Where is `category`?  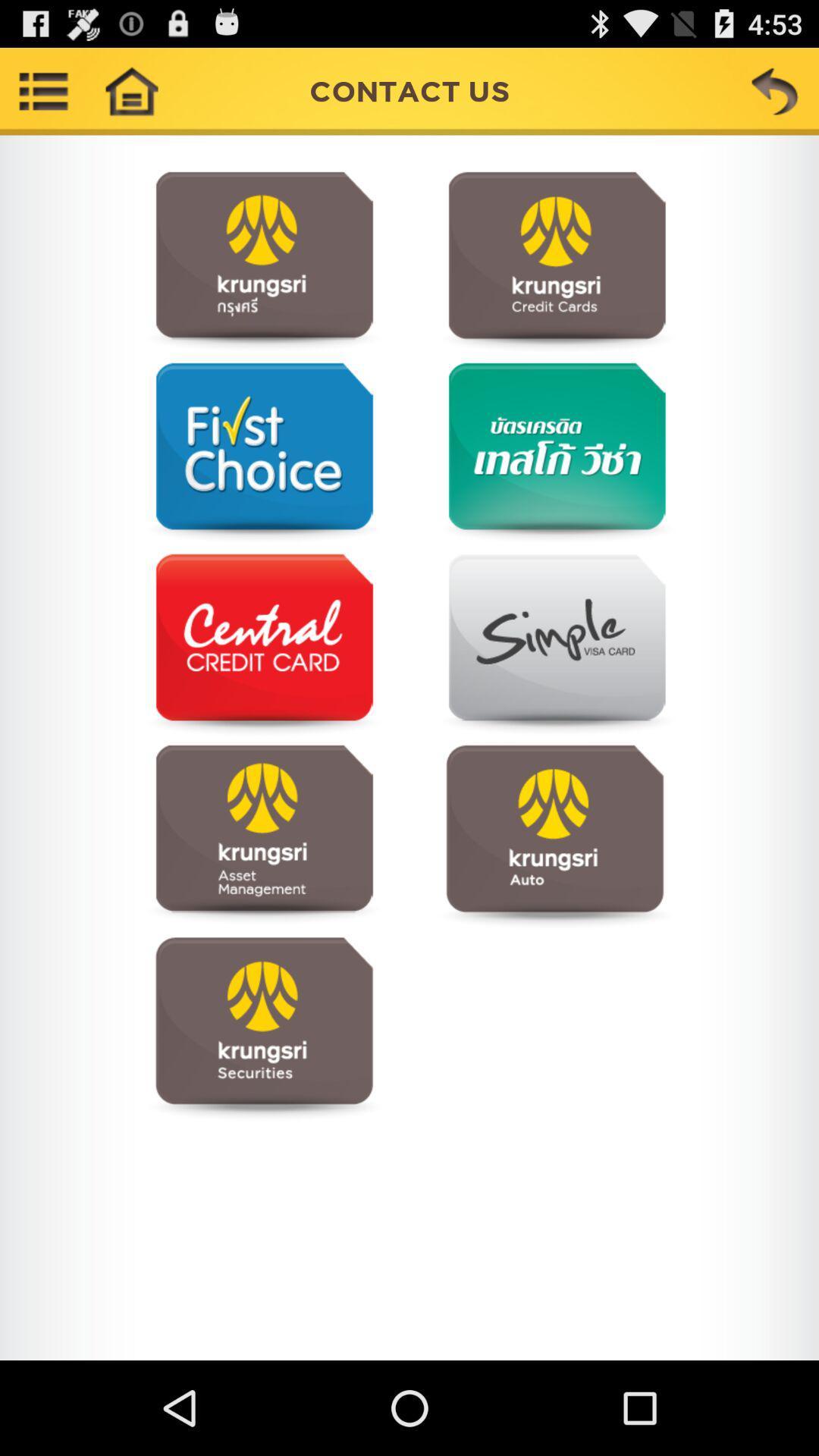 category is located at coordinates (554, 453).